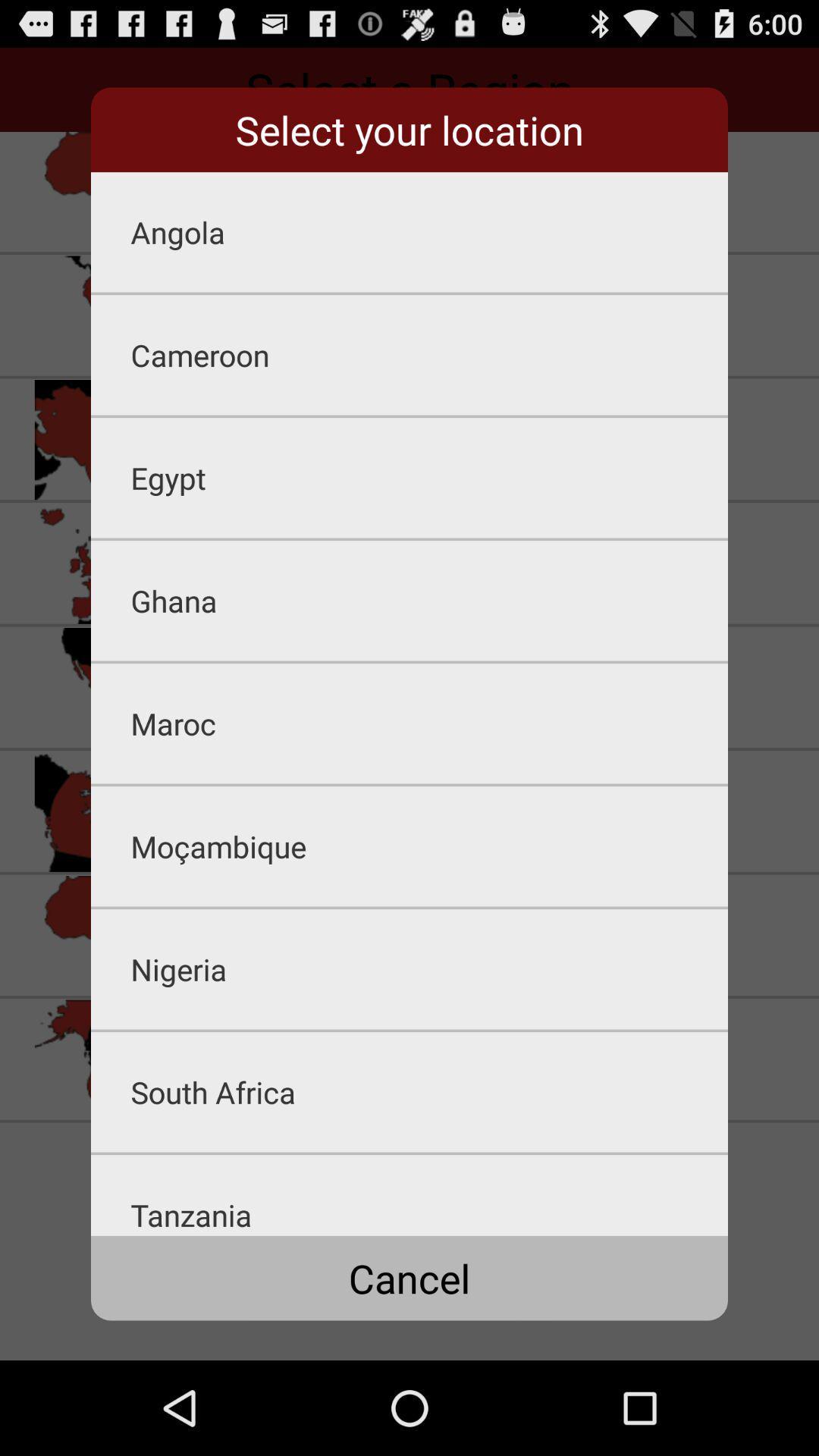  What do you see at coordinates (429, 354) in the screenshot?
I see `the cameroon item` at bounding box center [429, 354].